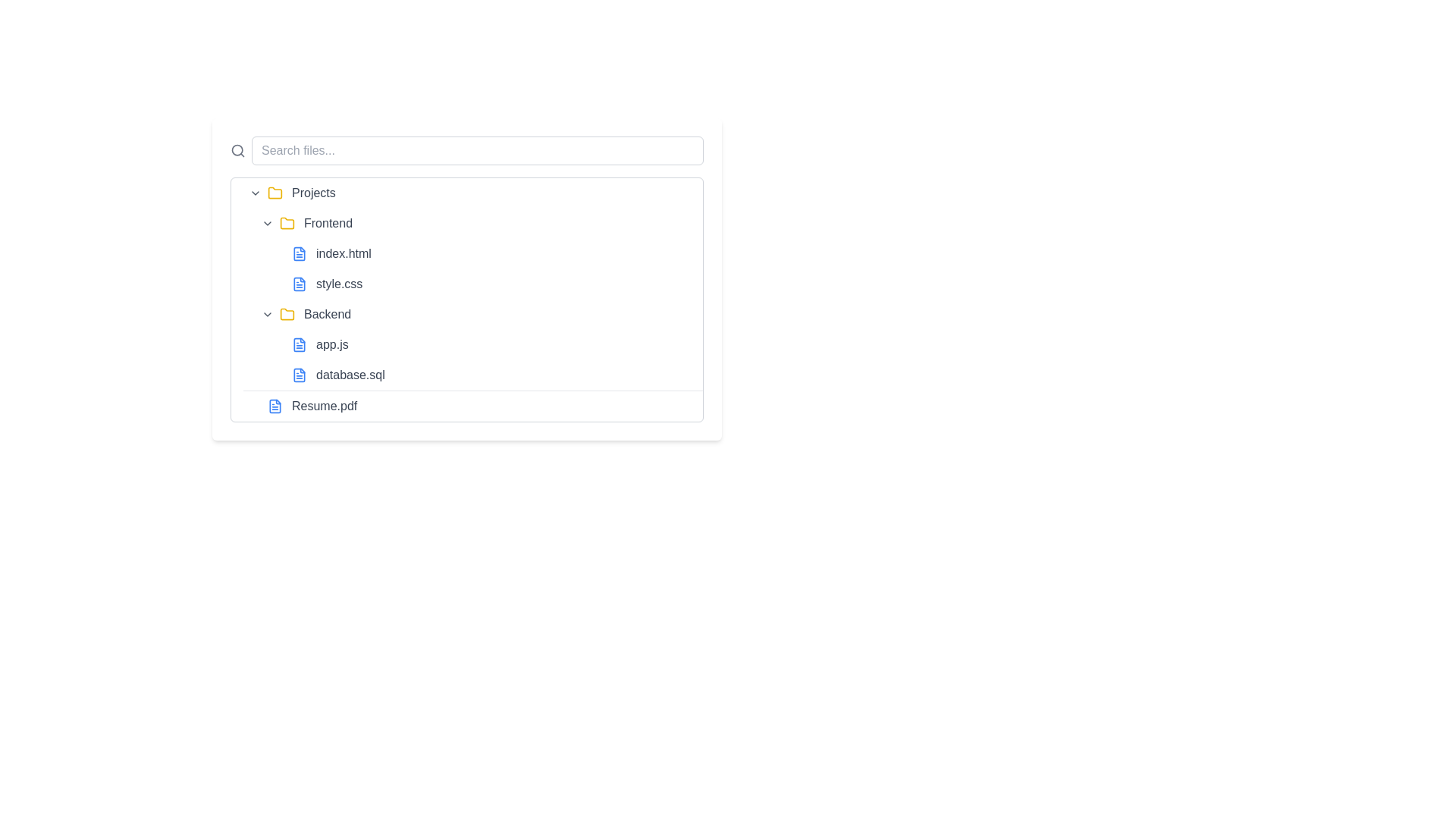 Image resolution: width=1456 pixels, height=819 pixels. Describe the element at coordinates (287, 222) in the screenshot. I see `the yellow folder icon located to the left of the 'Frontend' label` at that location.